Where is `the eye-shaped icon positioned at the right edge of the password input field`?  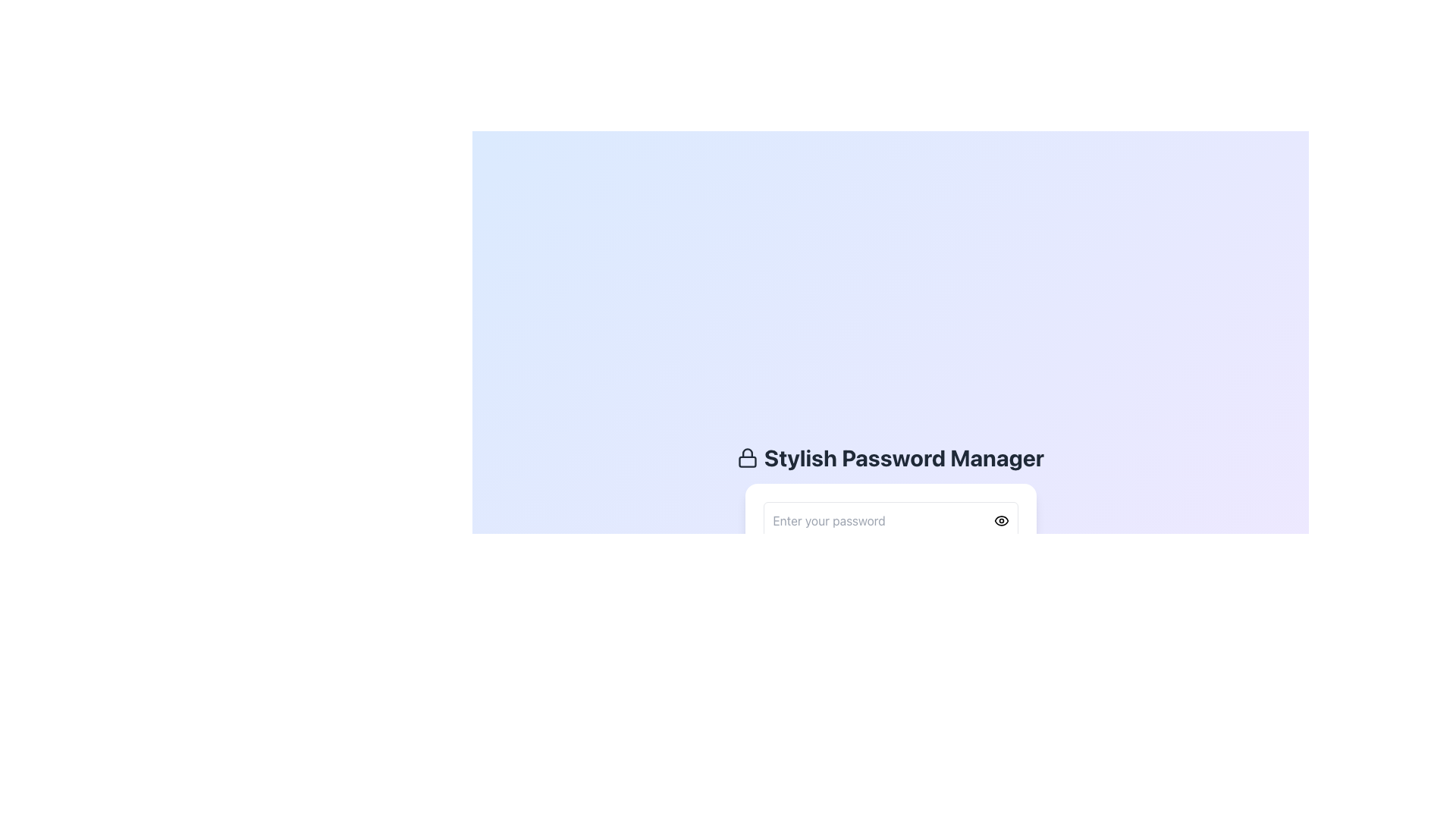
the eye-shaped icon positioned at the right edge of the password input field is located at coordinates (1001, 519).